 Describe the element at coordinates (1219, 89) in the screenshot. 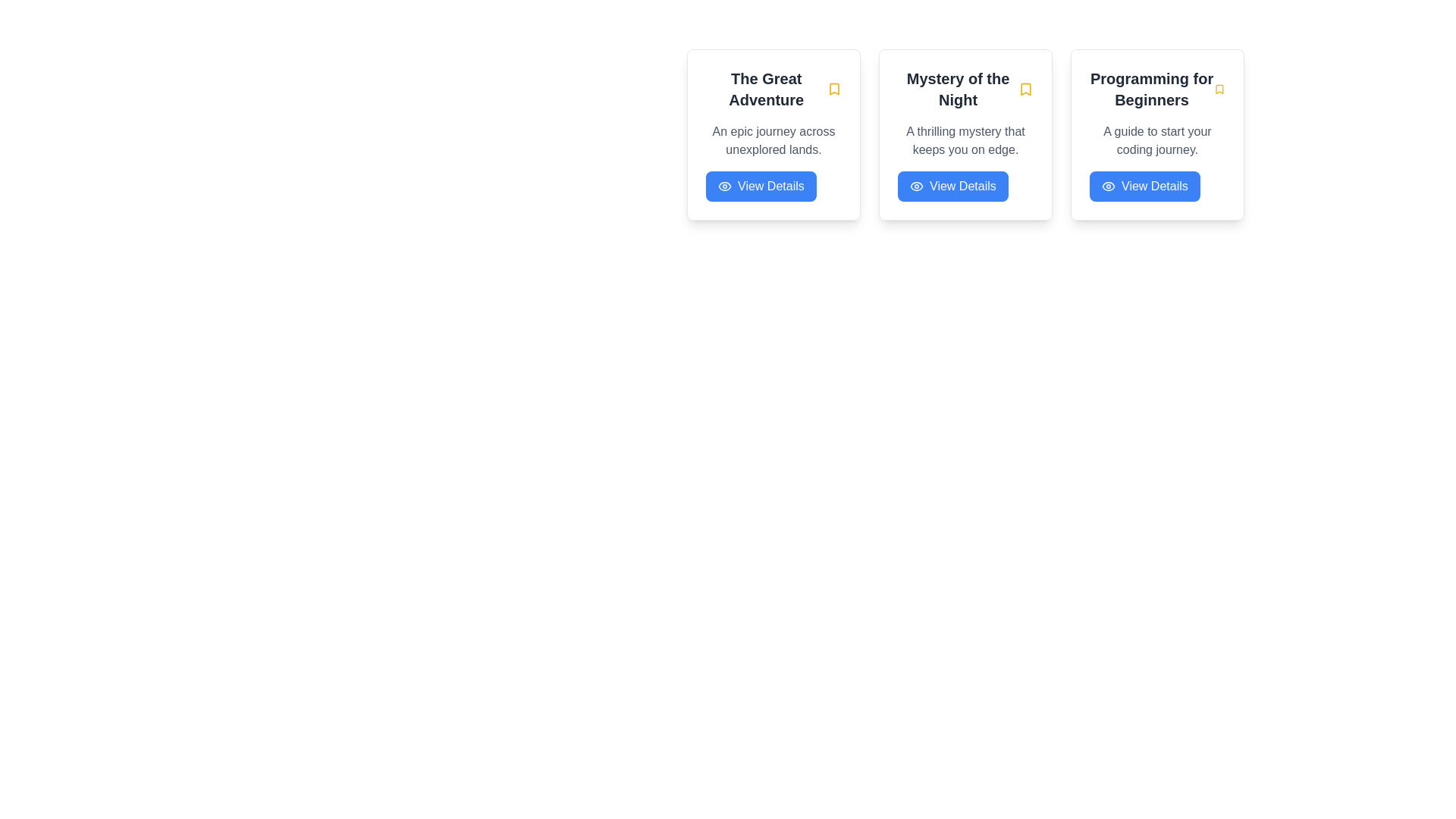

I see `the bookmarking icon located in the upper-right corner of the 'Programming for Beginners' card` at that location.